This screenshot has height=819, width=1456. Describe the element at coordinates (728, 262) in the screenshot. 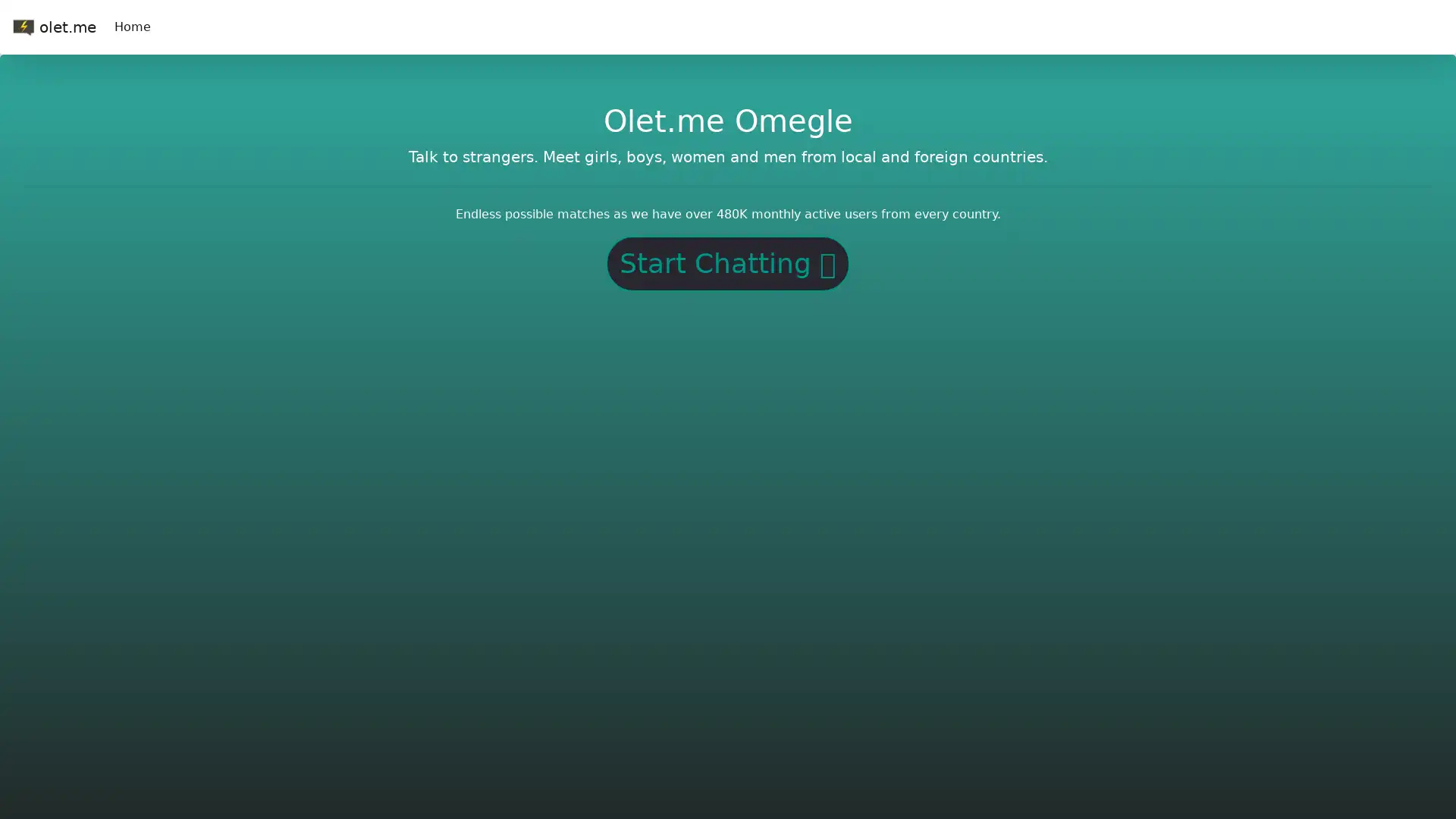

I see `Start Chatting` at that location.